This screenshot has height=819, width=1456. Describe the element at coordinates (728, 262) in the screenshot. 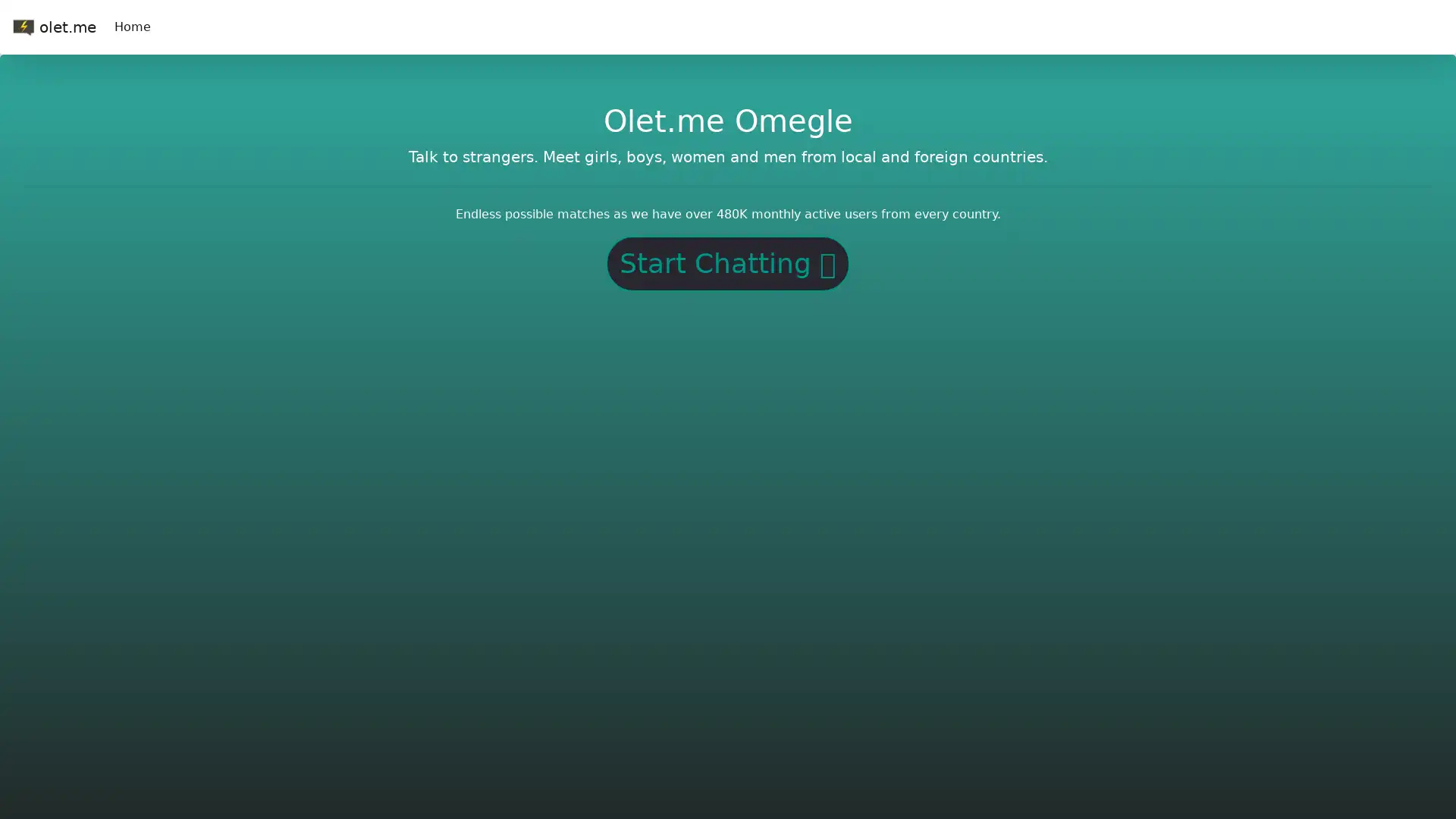

I see `Start Chatting` at that location.